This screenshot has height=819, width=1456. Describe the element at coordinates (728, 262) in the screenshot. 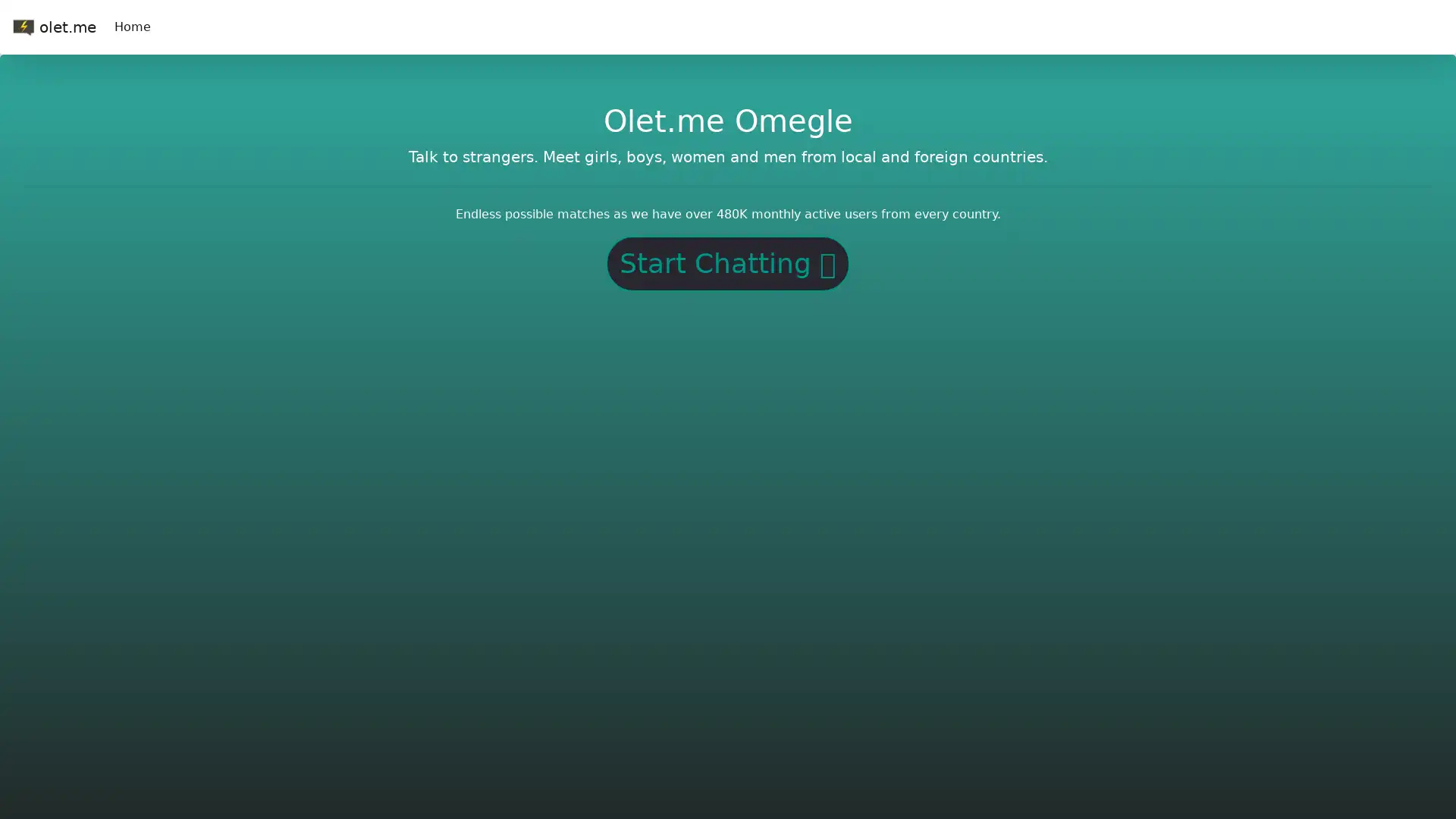

I see `Start Chatting` at that location.